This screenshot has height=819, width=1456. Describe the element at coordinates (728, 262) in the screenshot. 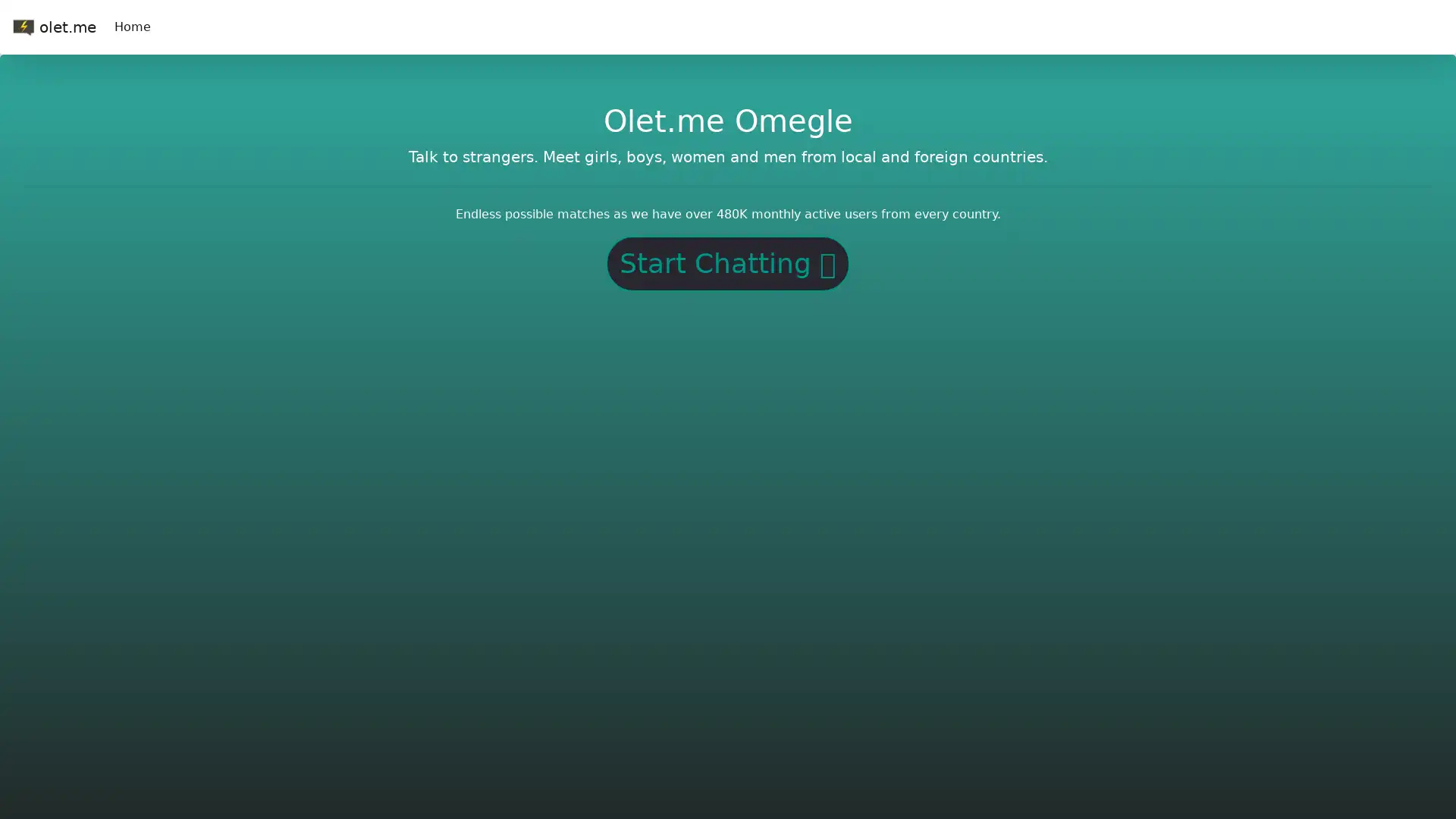

I see `Start Chatting` at that location.